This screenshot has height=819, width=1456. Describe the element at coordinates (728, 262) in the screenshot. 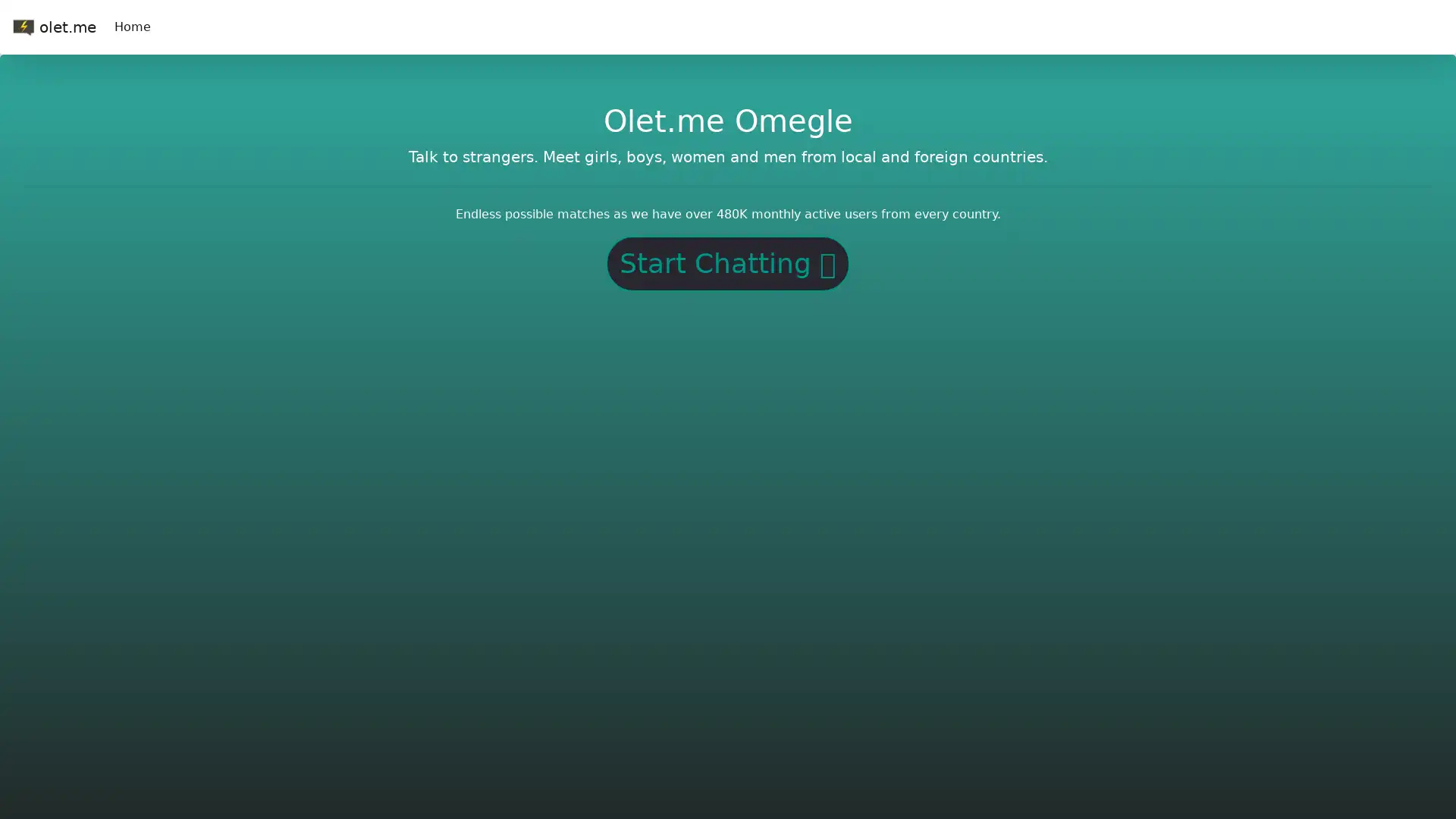

I see `Start Chatting` at that location.